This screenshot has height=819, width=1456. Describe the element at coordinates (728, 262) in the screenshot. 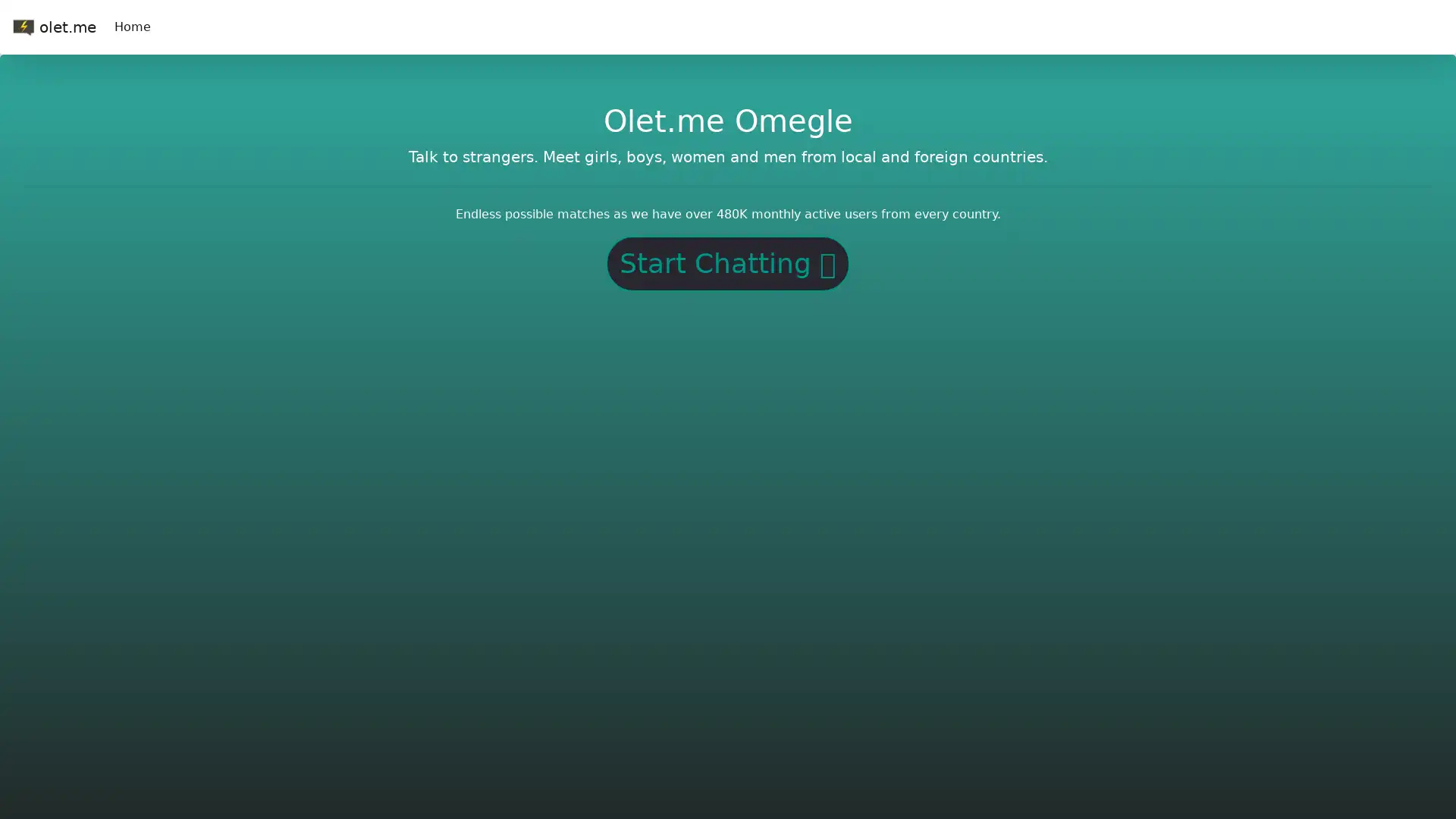

I see `Start Chatting` at that location.